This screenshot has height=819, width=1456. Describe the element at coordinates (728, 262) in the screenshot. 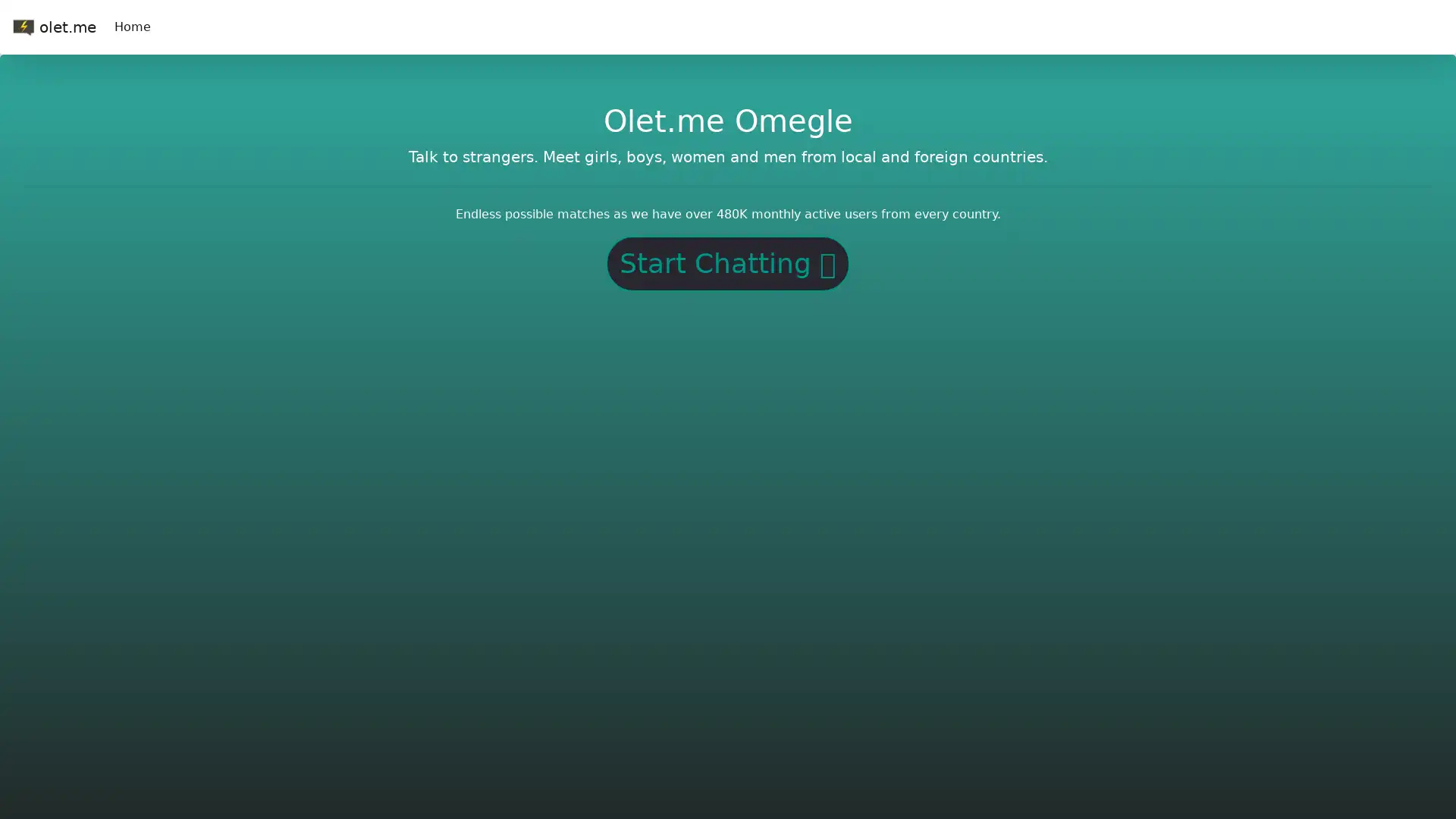

I see `Start Chatting` at that location.